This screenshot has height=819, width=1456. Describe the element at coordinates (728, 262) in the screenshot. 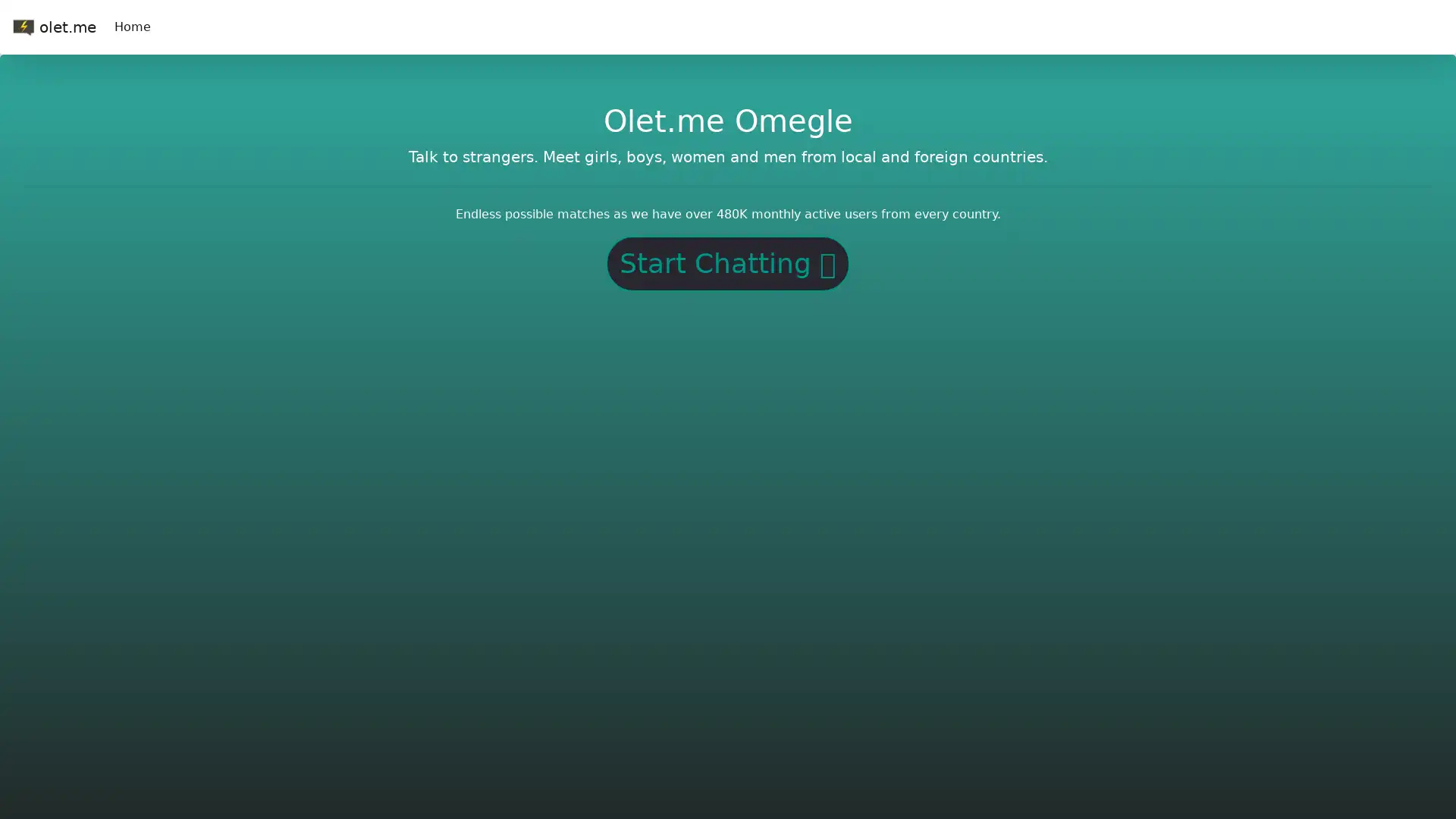

I see `Start Chatting` at that location.